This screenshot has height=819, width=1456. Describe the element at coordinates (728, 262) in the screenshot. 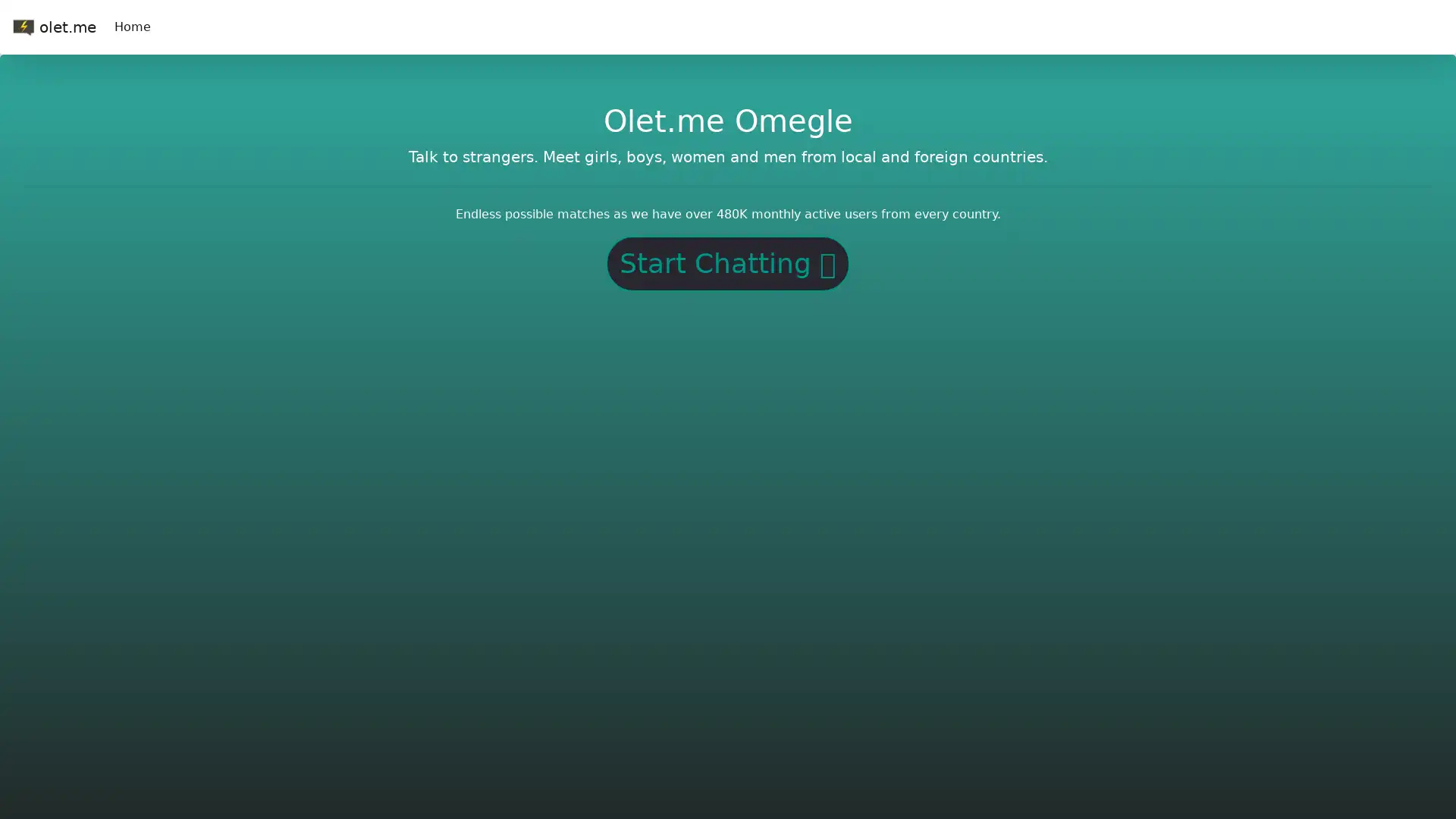

I see `Start Chatting` at that location.